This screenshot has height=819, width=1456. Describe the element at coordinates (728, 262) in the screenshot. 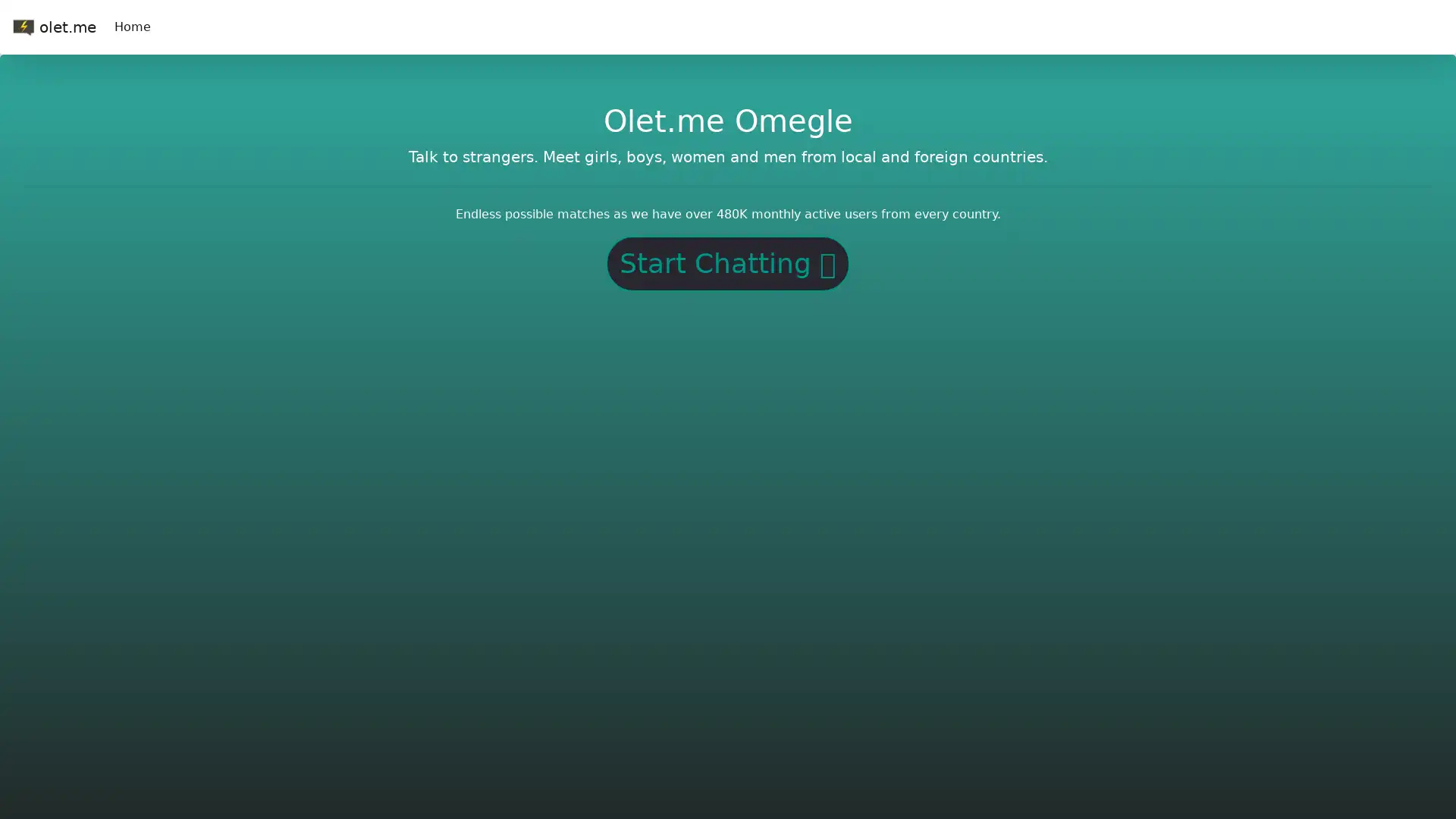

I see `Start Chatting` at that location.